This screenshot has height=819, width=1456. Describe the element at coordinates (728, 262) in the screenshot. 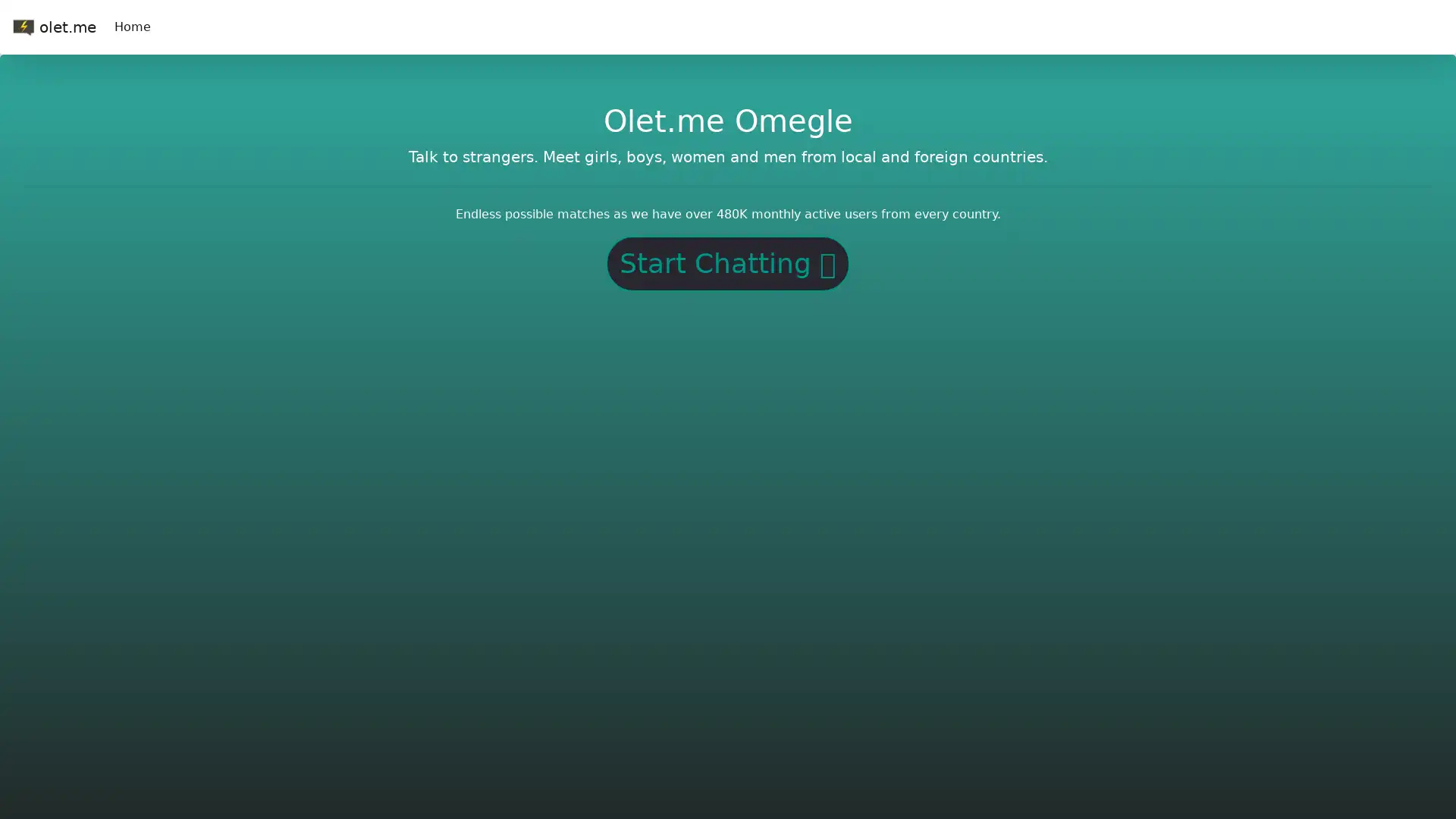

I see `Start Chatting` at that location.